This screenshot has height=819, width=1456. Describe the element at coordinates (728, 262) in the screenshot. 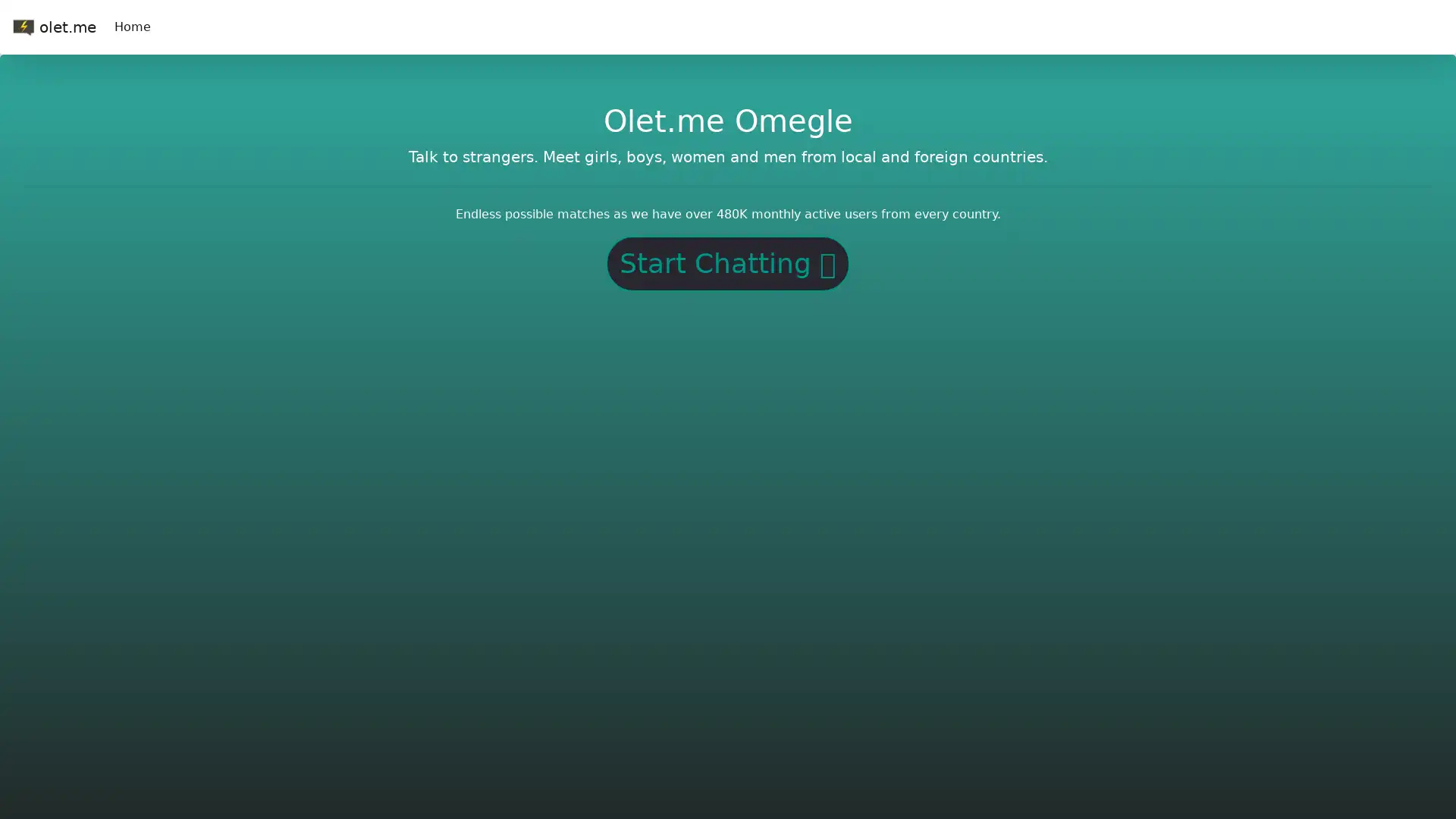

I see `Start Chatting` at that location.